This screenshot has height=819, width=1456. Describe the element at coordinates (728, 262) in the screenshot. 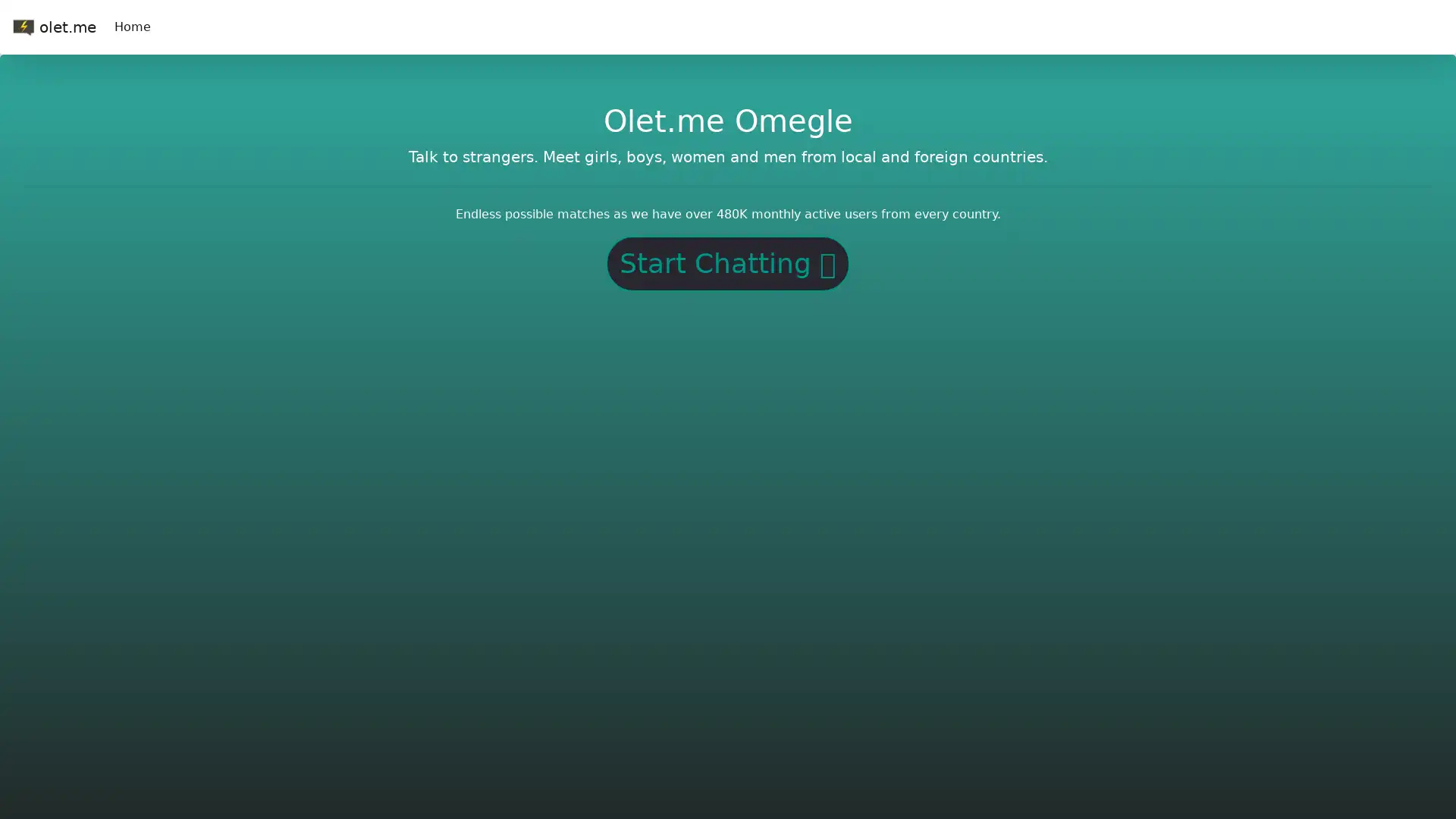

I see `Start Chatting` at that location.